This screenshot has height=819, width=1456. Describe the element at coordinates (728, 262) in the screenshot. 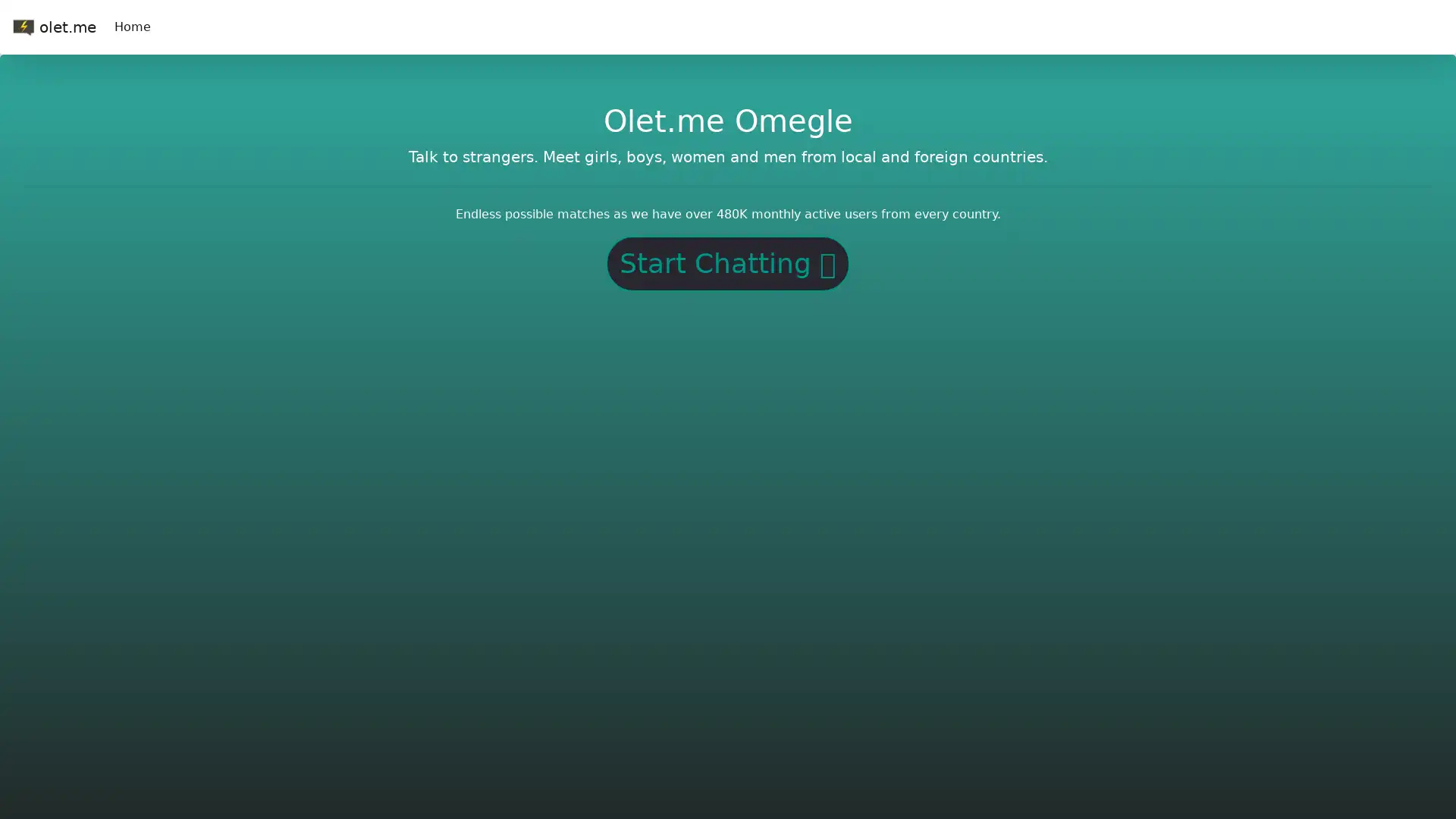

I see `Start Chatting` at that location.